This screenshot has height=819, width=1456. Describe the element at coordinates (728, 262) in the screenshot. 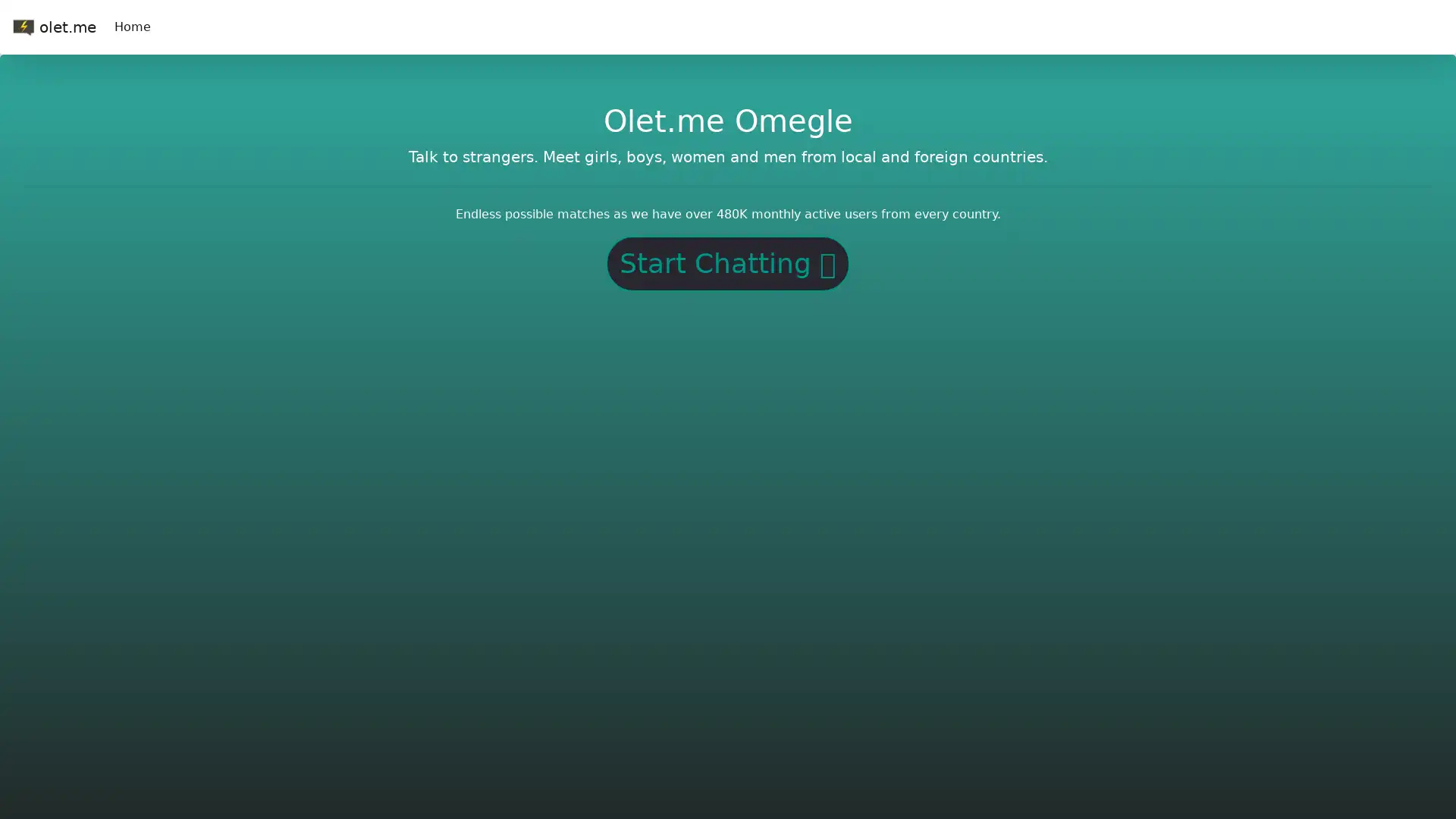

I see `Start Chatting` at that location.